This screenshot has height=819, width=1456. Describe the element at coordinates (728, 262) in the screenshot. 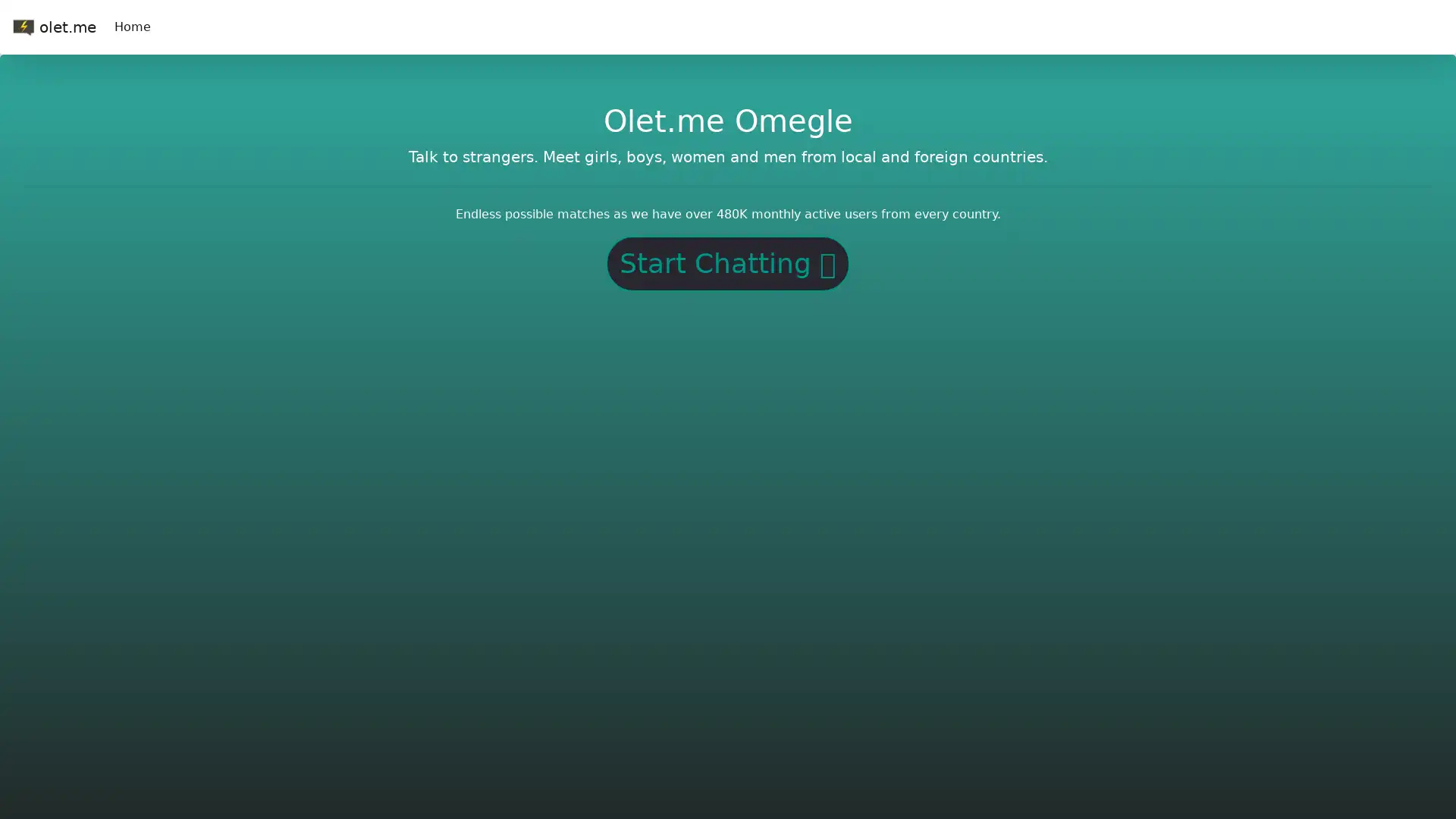

I see `Start Chatting` at that location.